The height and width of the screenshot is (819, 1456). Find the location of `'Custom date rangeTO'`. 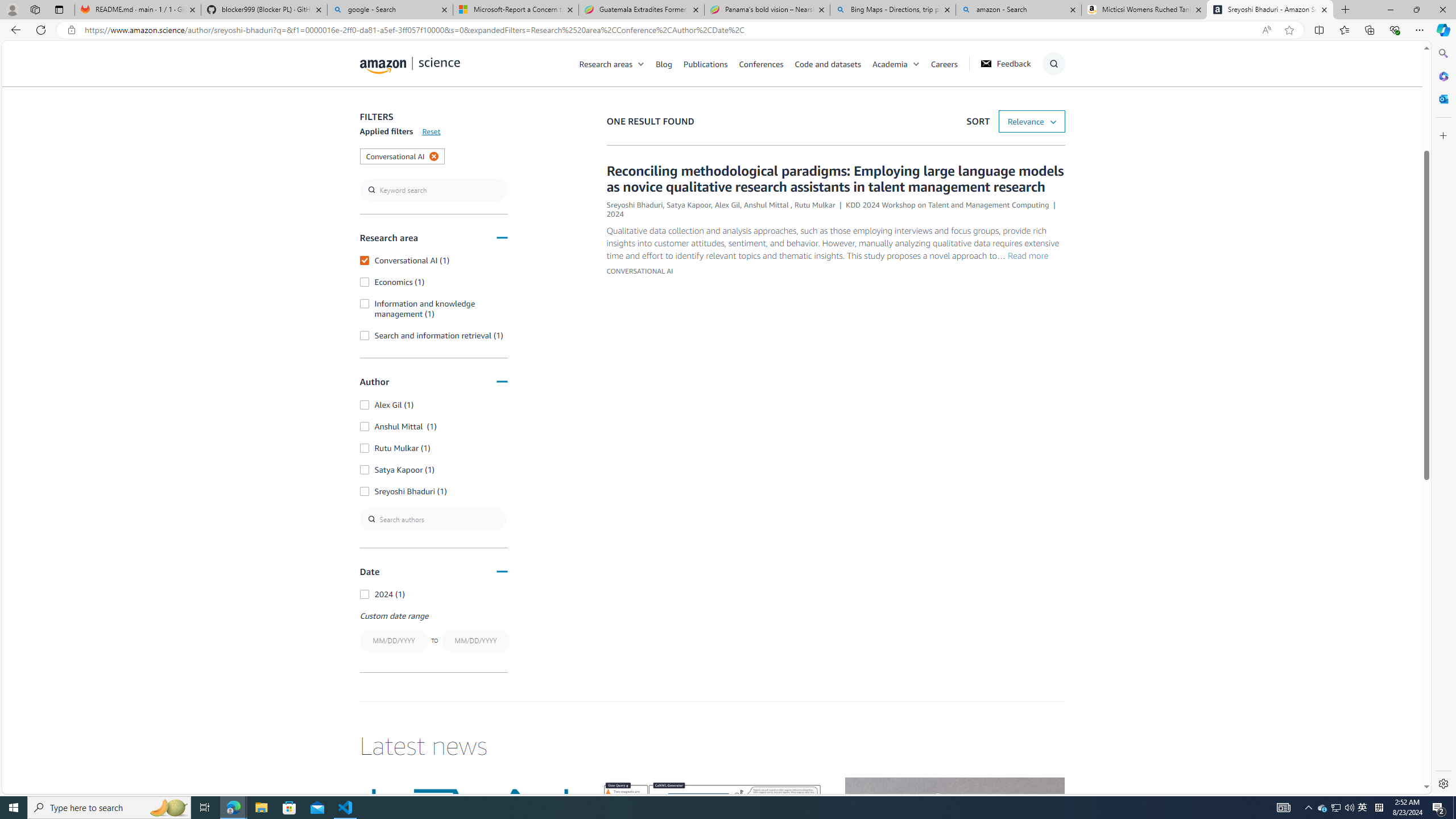

'Custom date rangeTO' is located at coordinates (433, 632).